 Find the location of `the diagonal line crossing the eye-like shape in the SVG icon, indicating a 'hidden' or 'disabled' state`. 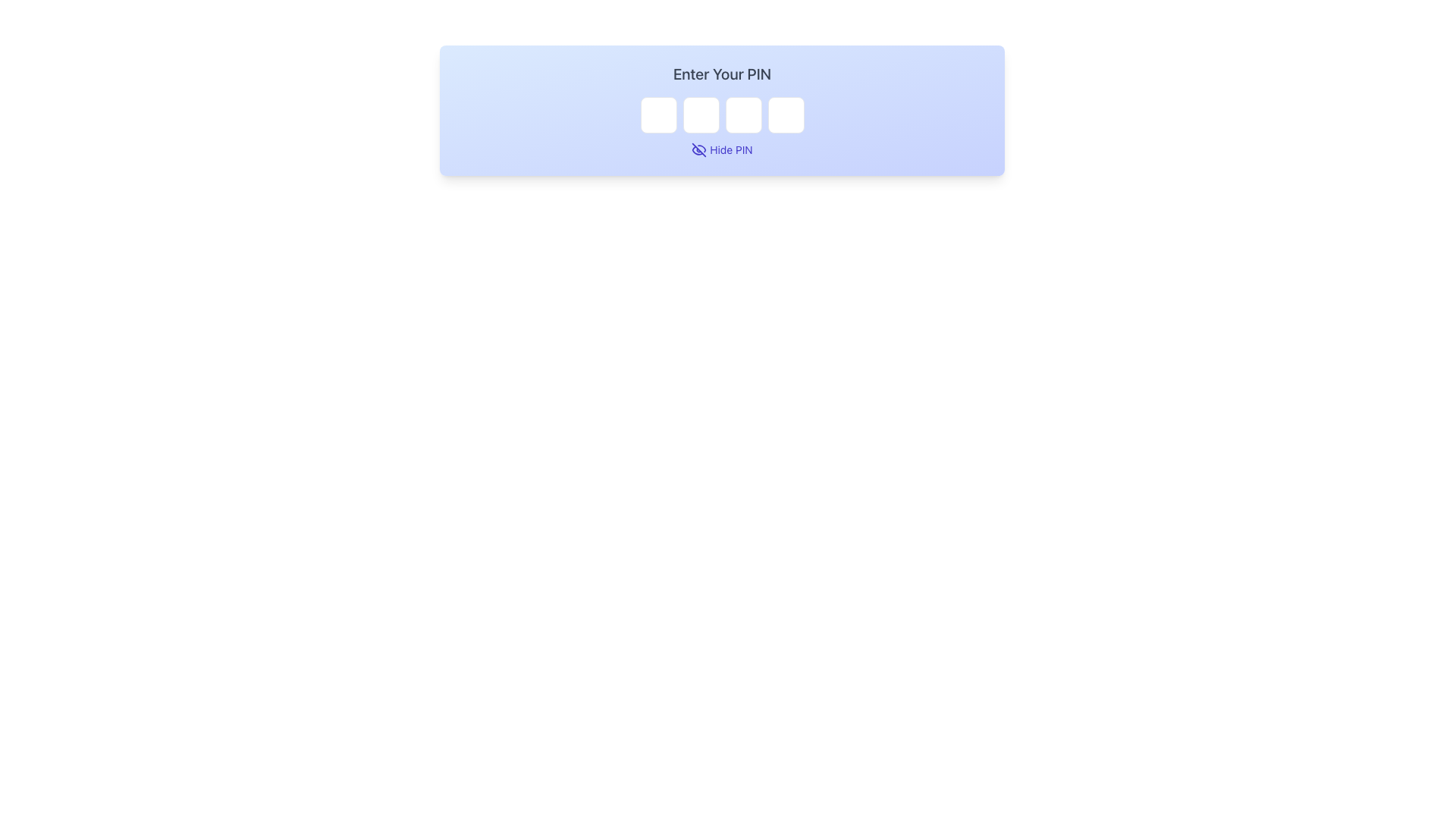

the diagonal line crossing the eye-like shape in the SVG icon, indicating a 'hidden' or 'disabled' state is located at coordinates (698, 149).